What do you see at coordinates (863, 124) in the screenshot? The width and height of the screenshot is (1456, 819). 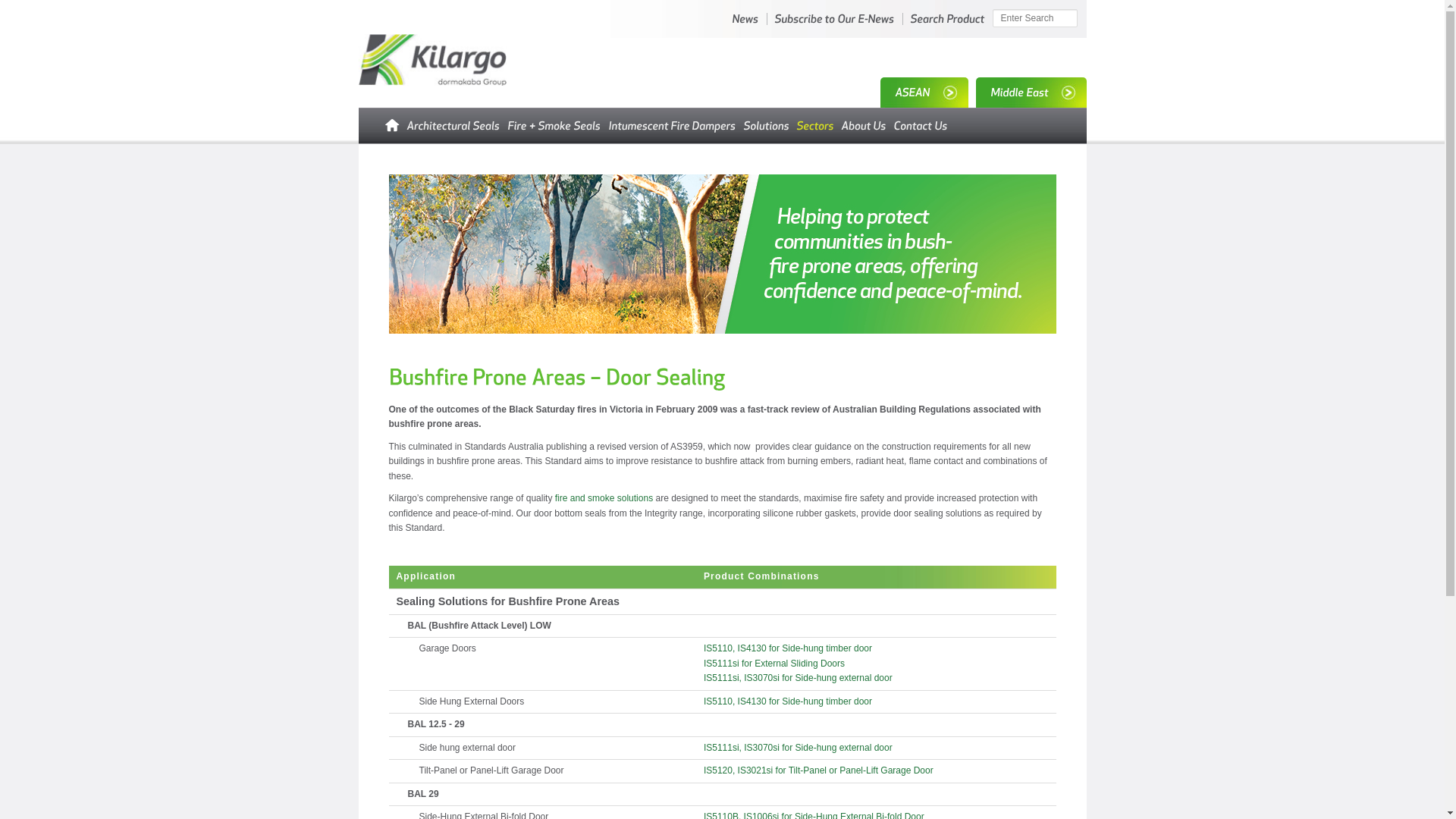 I see `'About Kilargo'` at bounding box center [863, 124].